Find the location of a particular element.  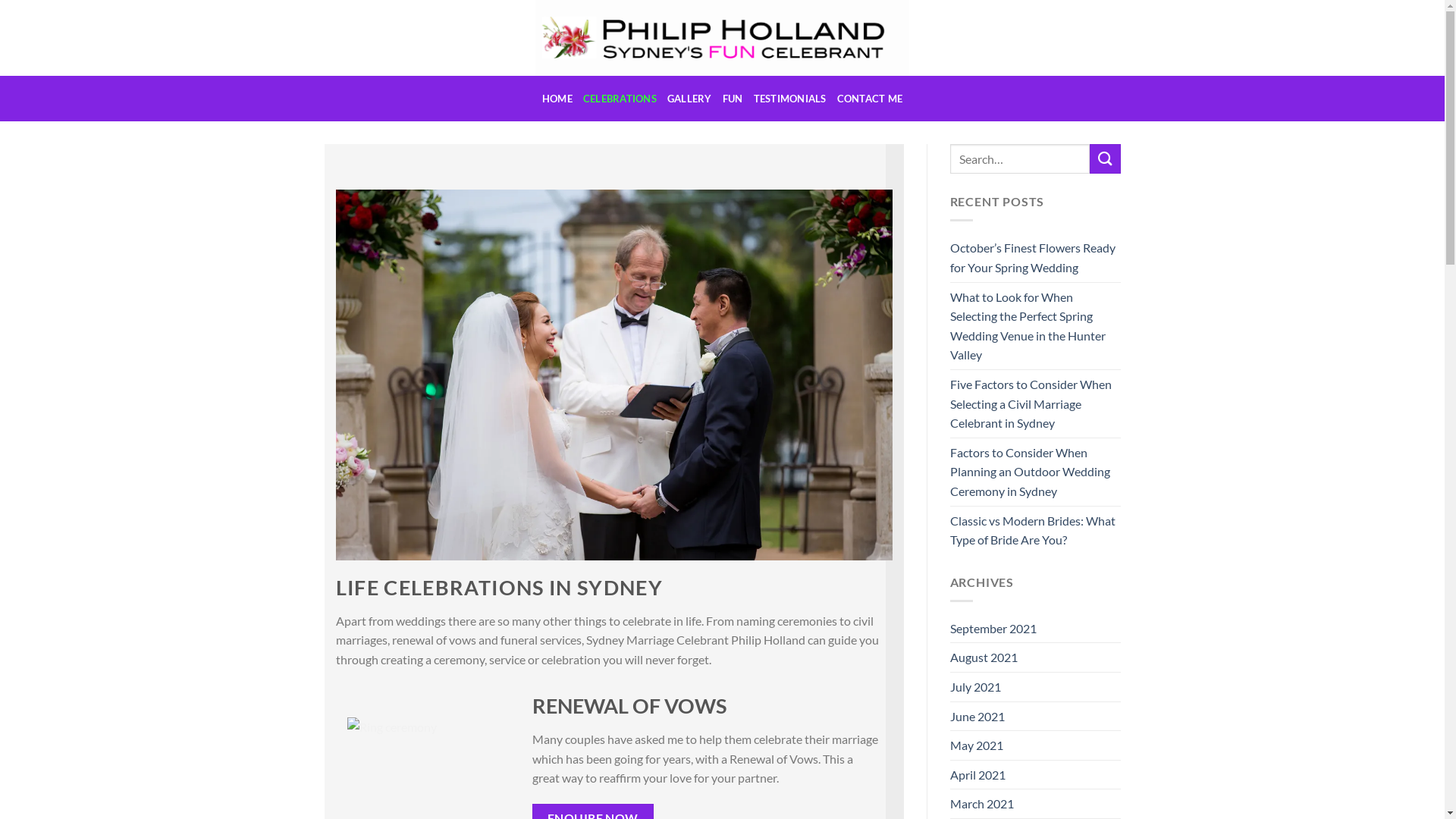

'Classic vs Modern Brides: What Type of Bride Are You?' is located at coordinates (1034, 529).